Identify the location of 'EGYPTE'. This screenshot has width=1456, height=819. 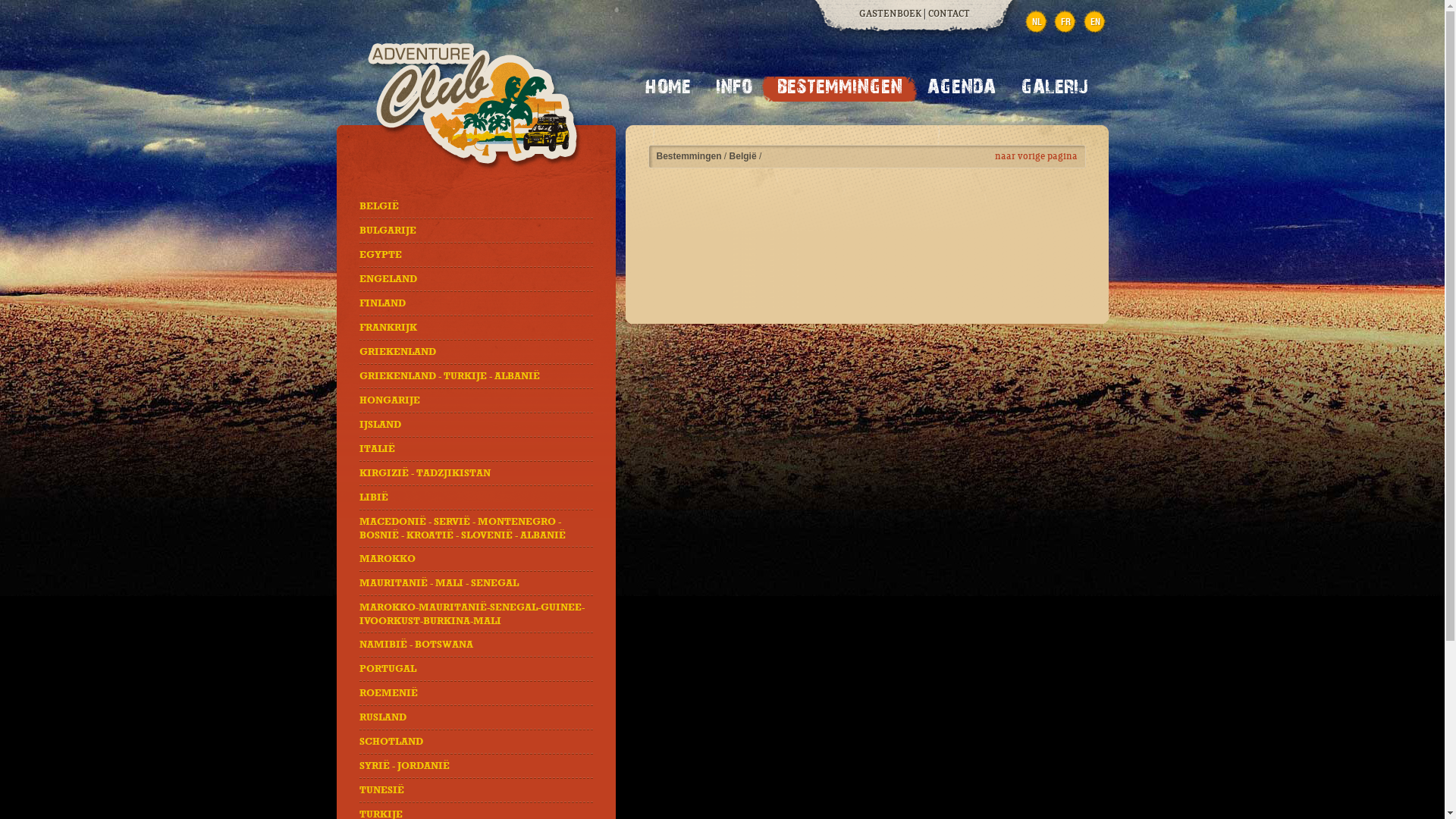
(381, 253).